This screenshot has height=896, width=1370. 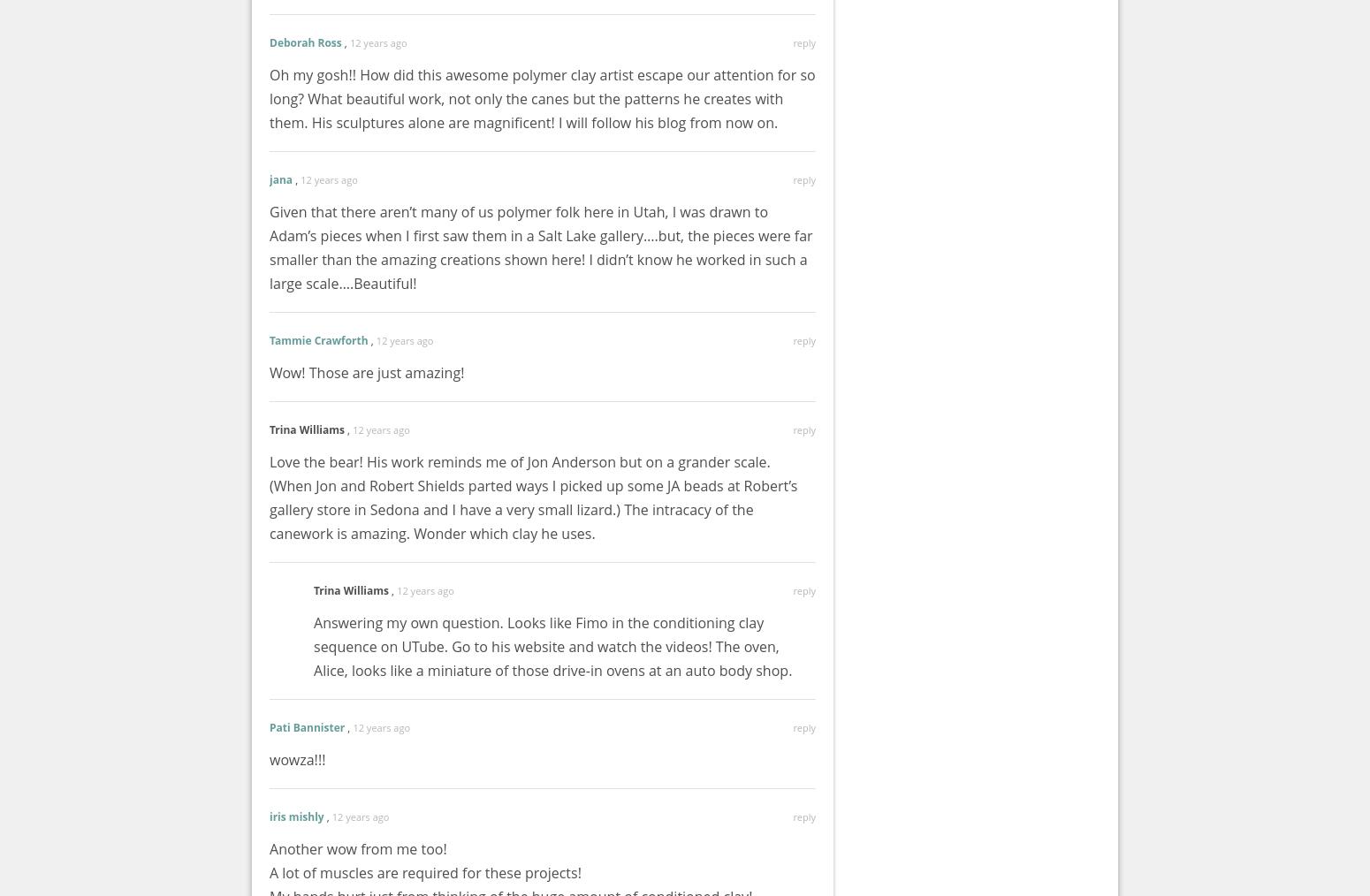 I want to click on 'Another wow from me too!', so click(x=358, y=848).